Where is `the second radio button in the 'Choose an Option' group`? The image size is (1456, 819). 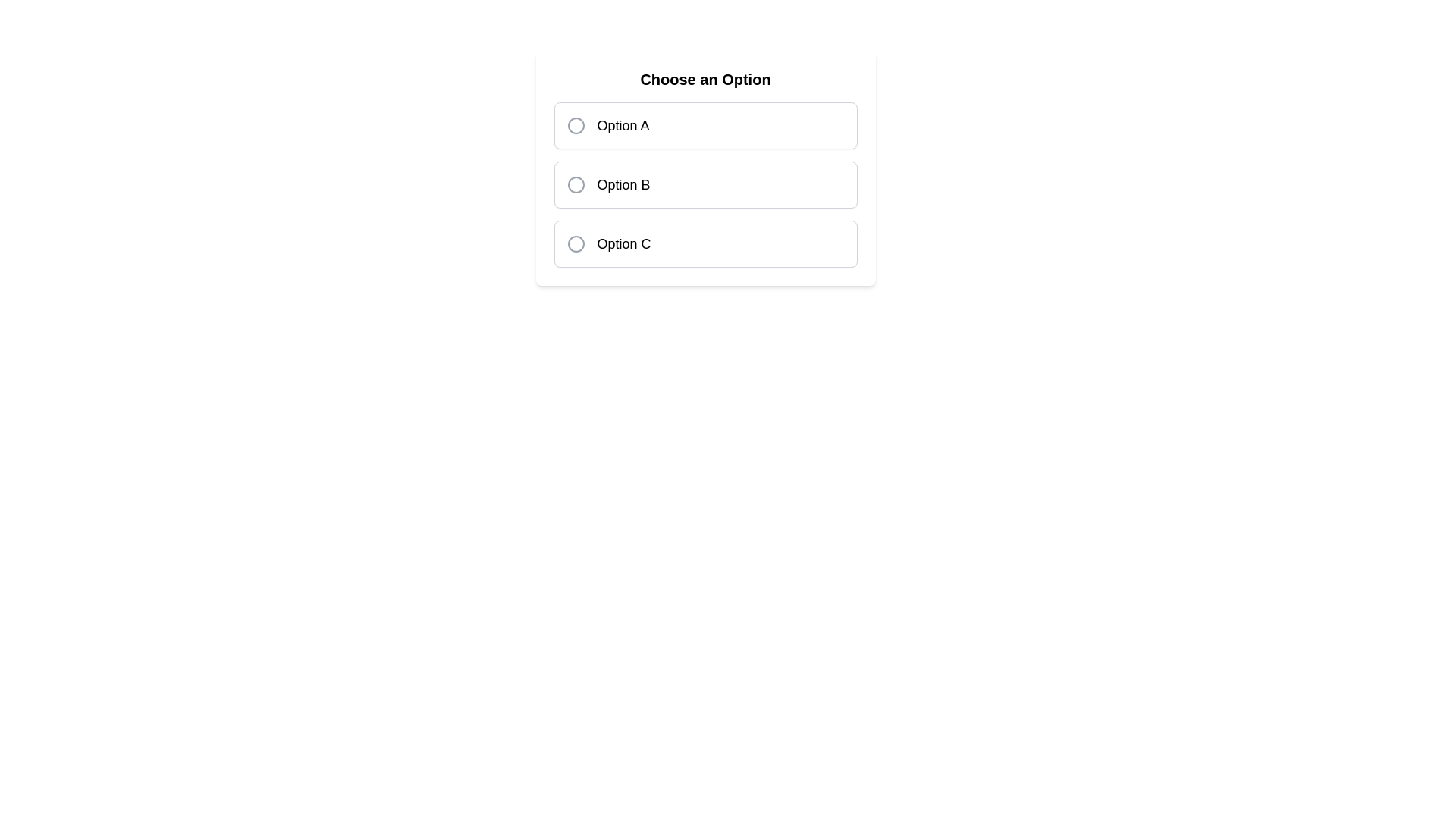
the second radio button in the 'Choose an Option' group is located at coordinates (704, 168).